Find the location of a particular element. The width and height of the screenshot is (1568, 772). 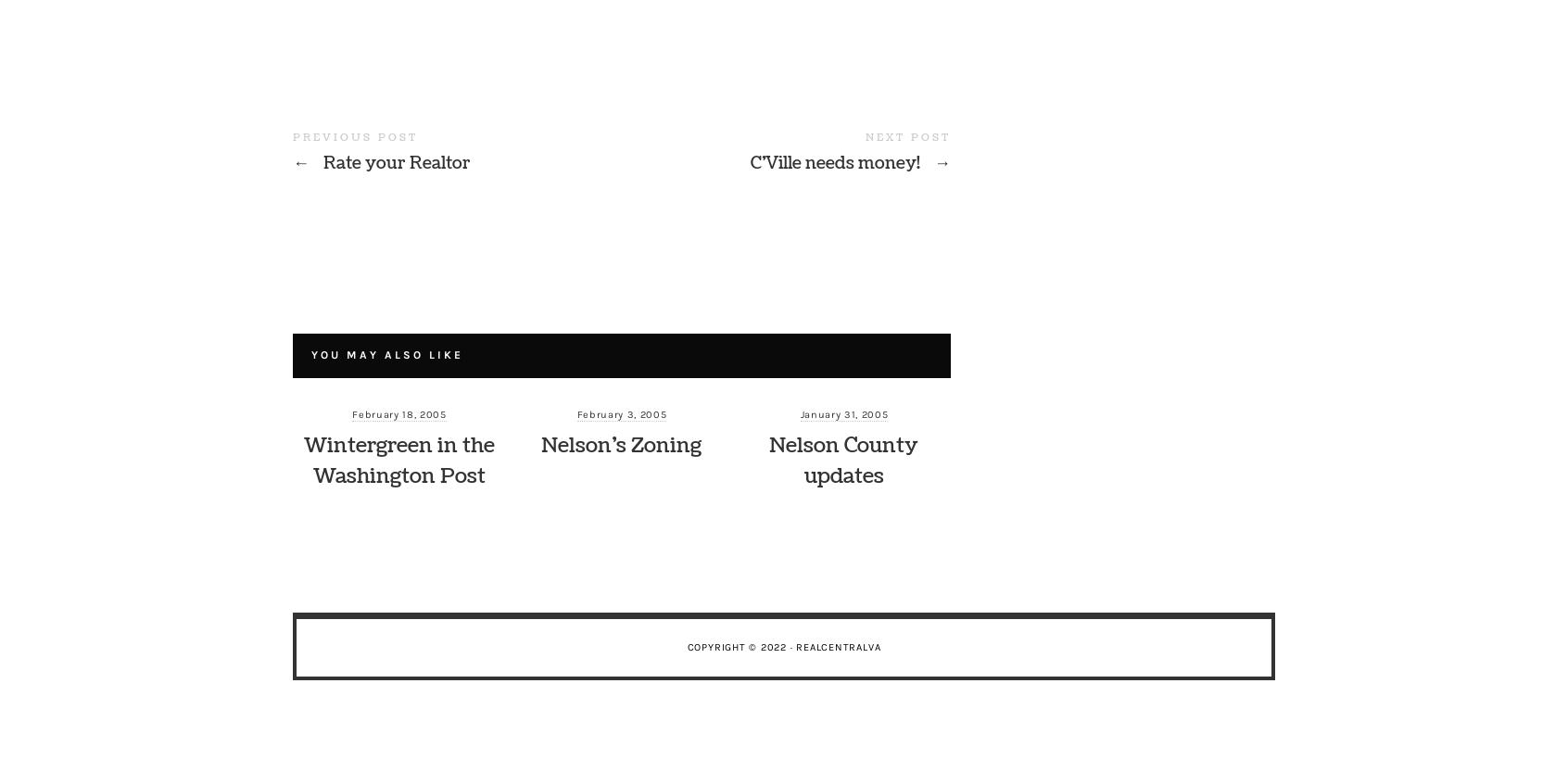

'February 3, 2005' is located at coordinates (621, 412).